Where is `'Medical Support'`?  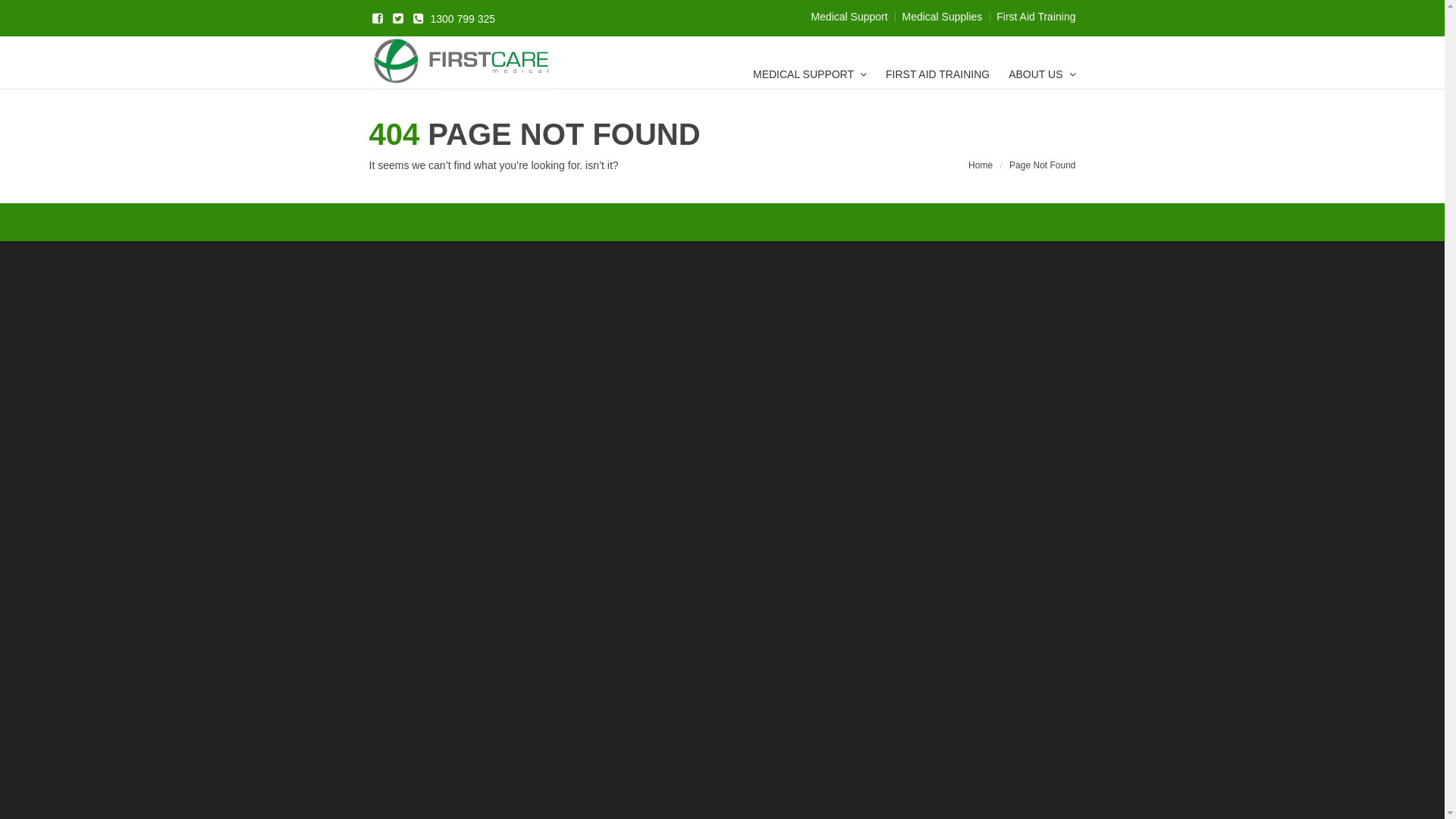
'Medical Support' is located at coordinates (848, 17).